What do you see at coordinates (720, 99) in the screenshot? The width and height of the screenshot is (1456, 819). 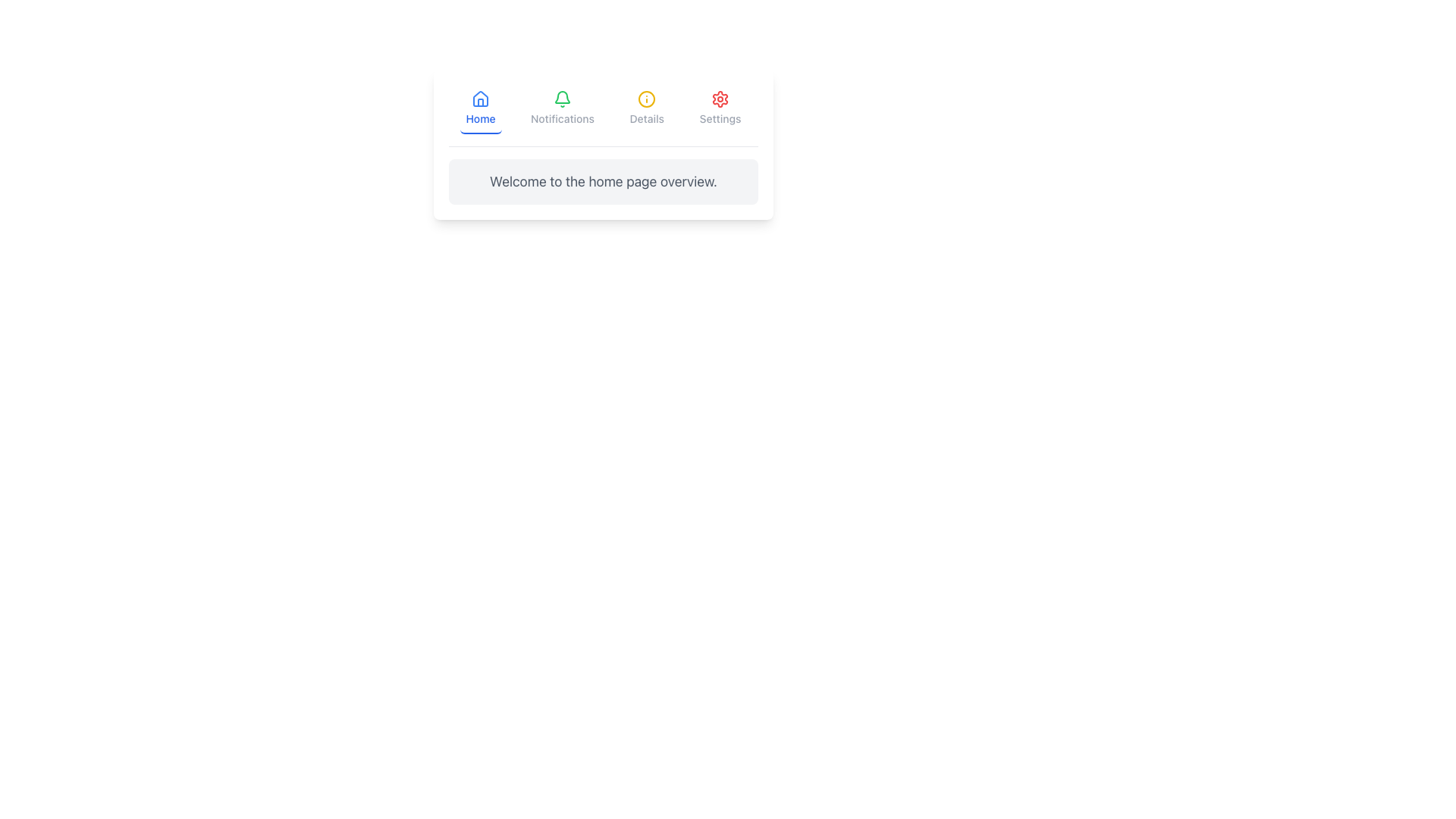 I see `the red gear-shaped icon located at the top-right corner of the interface, which is the last item in the row of navigation icons` at bounding box center [720, 99].